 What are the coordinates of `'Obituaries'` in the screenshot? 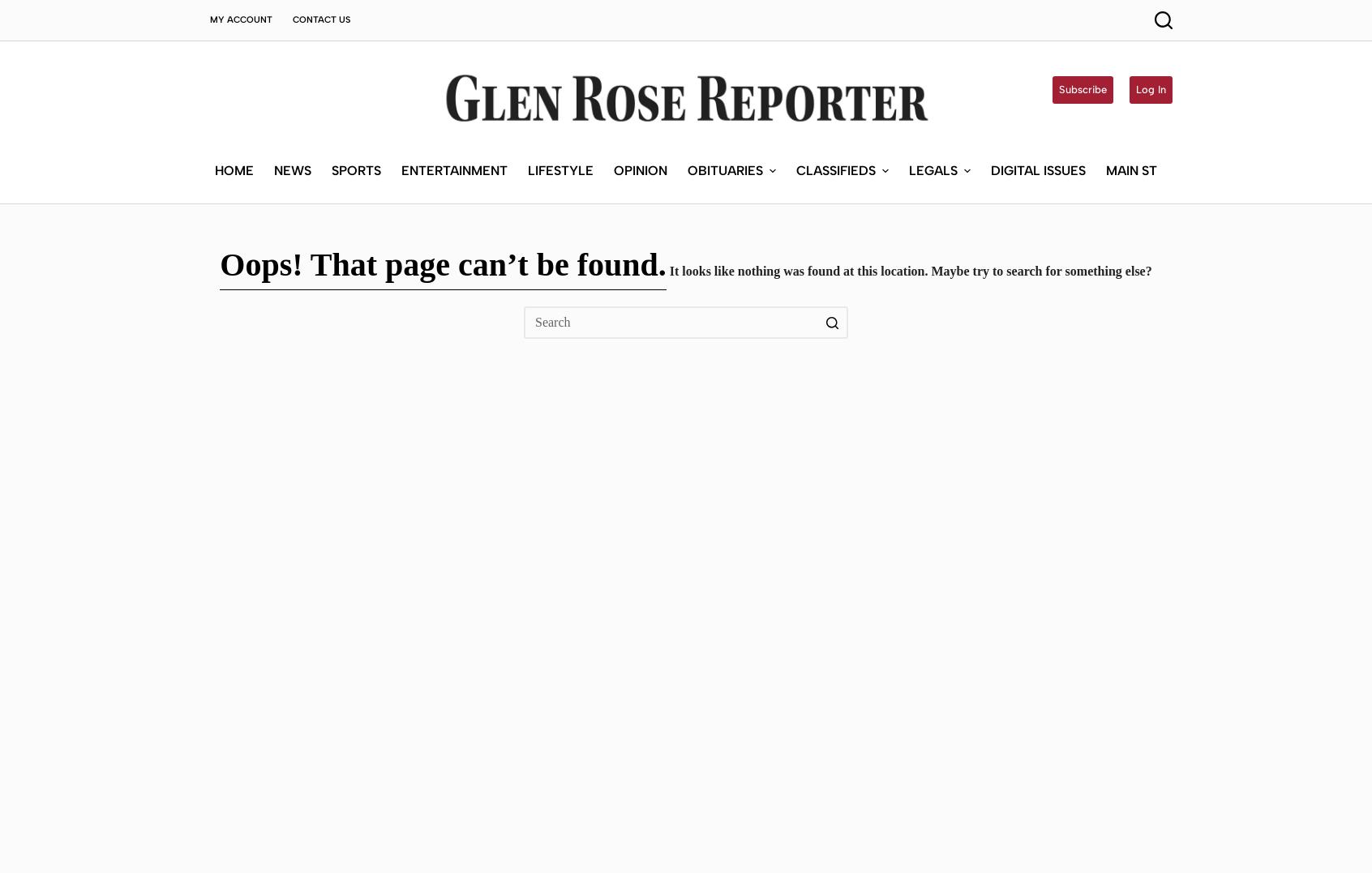 It's located at (723, 51).